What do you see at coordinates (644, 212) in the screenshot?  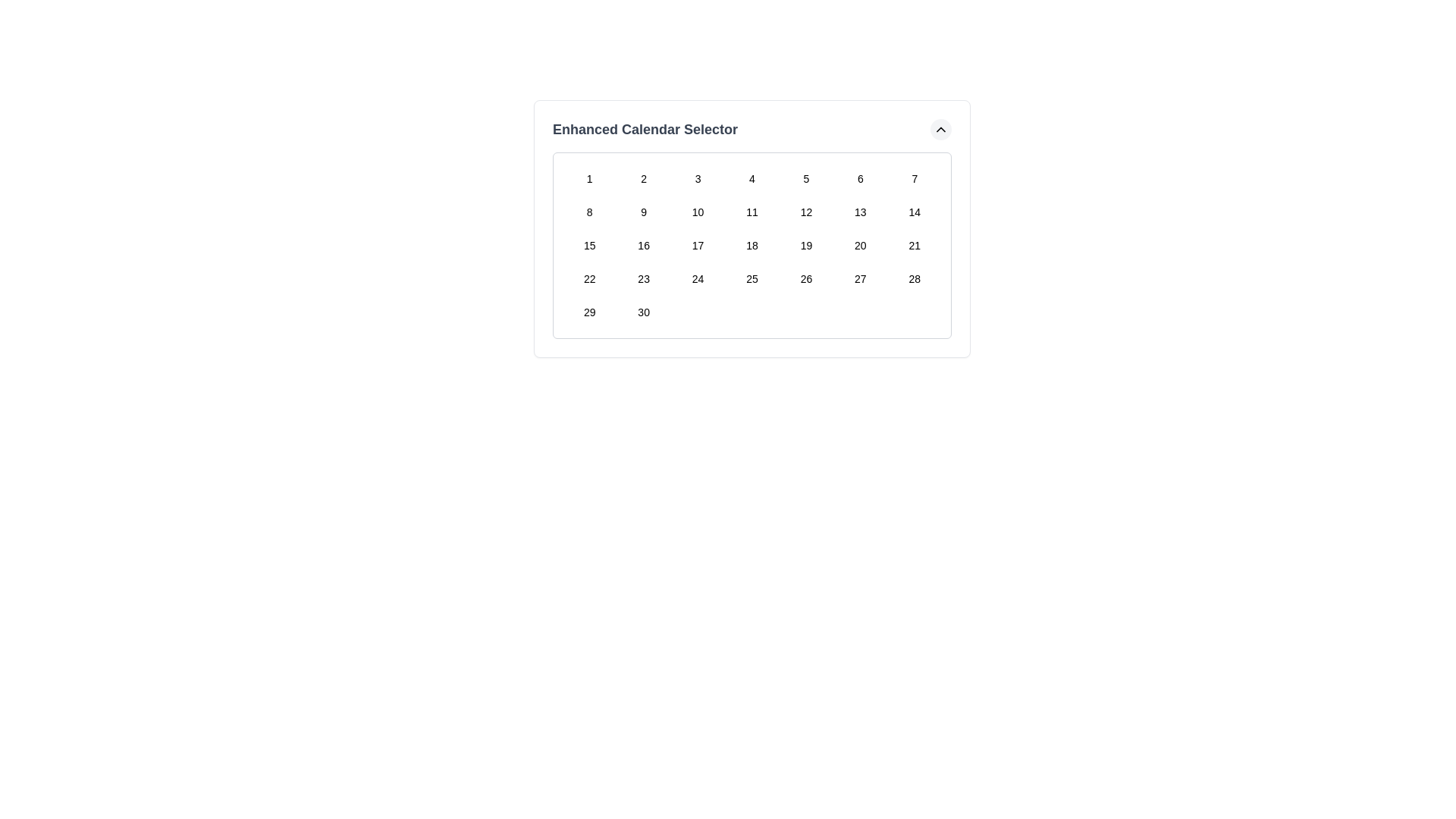 I see `the calendar day cell displaying the number '9' in the Enhanced Calendar Selector` at bounding box center [644, 212].